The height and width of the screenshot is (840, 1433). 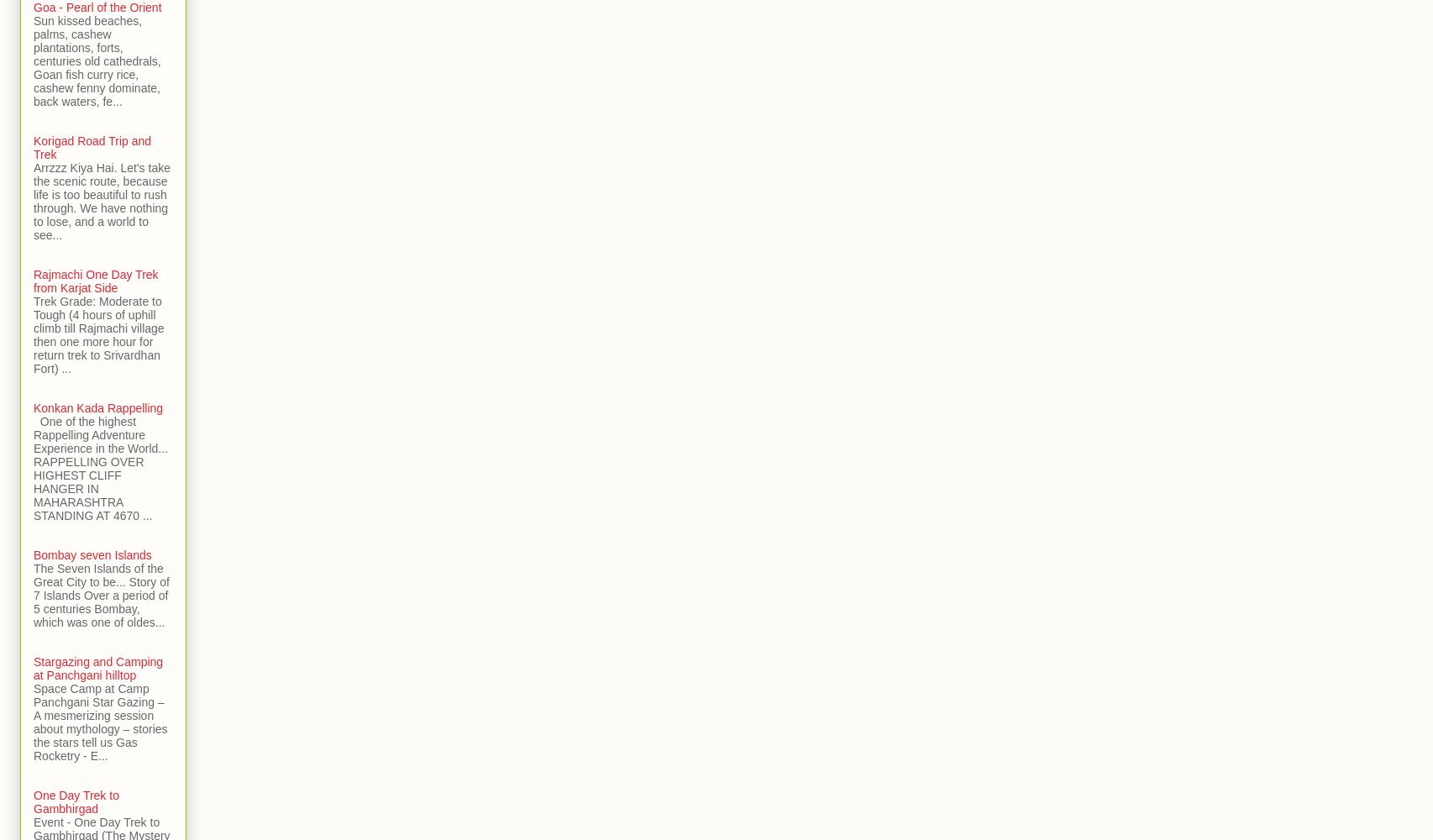 I want to click on 'Bombay seven Islands', so click(x=92, y=555).